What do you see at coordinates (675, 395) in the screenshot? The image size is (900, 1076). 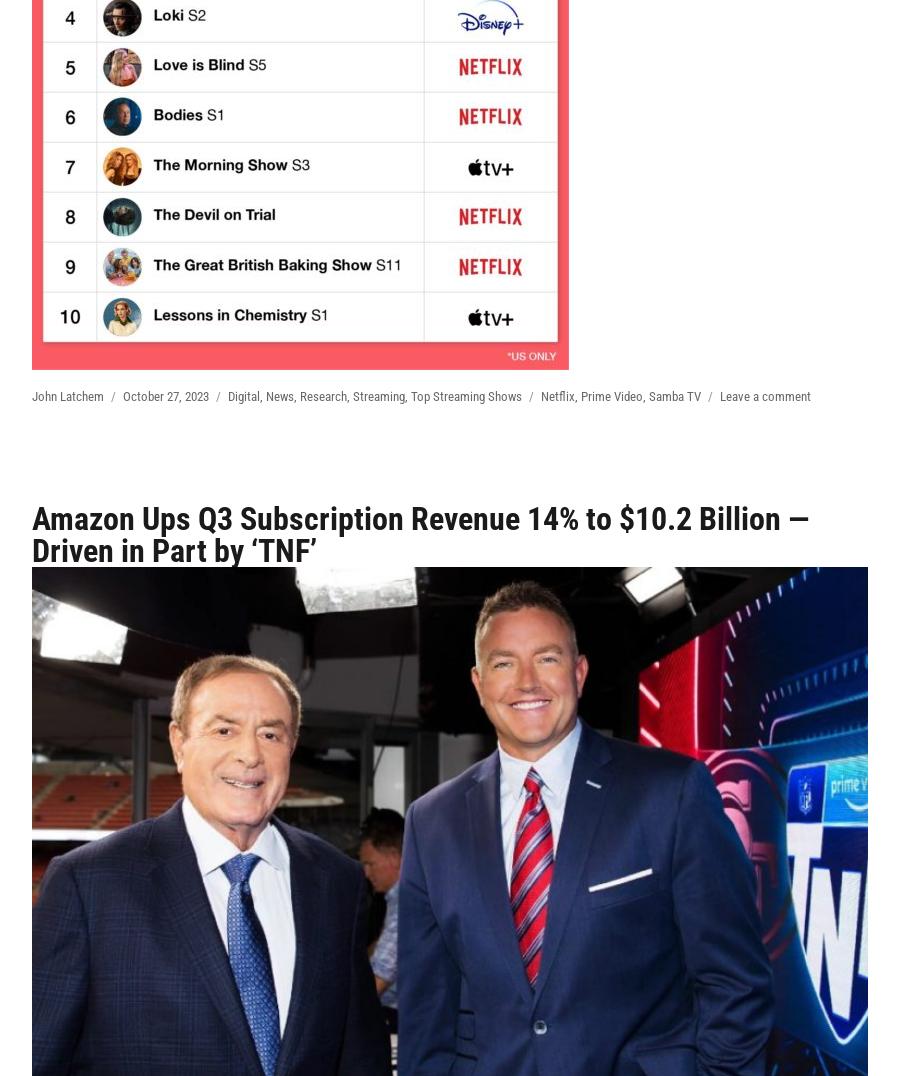 I see `'Samba TV'` at bounding box center [675, 395].